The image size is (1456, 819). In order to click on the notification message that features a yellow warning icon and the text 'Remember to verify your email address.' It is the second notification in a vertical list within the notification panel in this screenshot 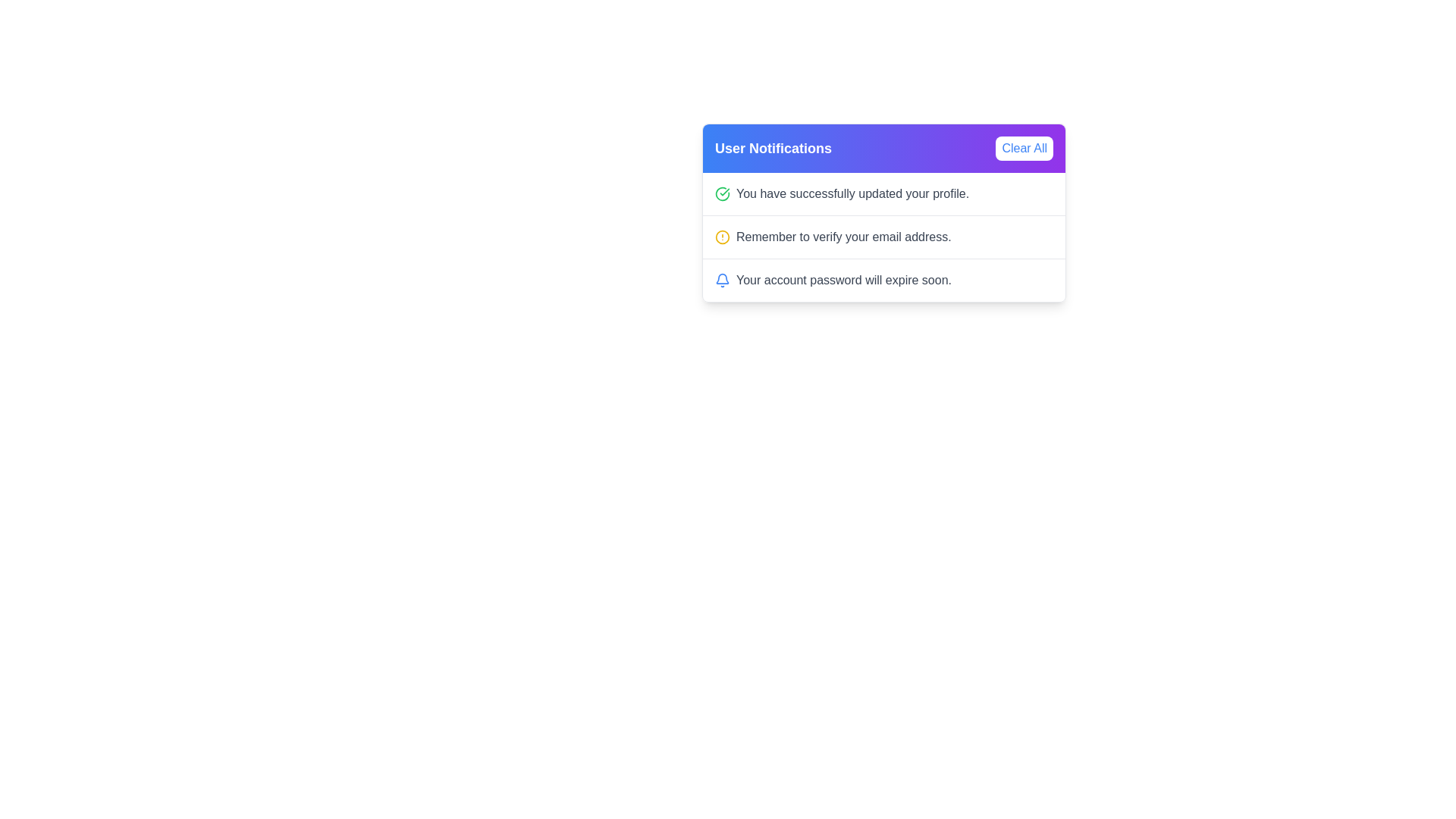, I will do `click(884, 237)`.